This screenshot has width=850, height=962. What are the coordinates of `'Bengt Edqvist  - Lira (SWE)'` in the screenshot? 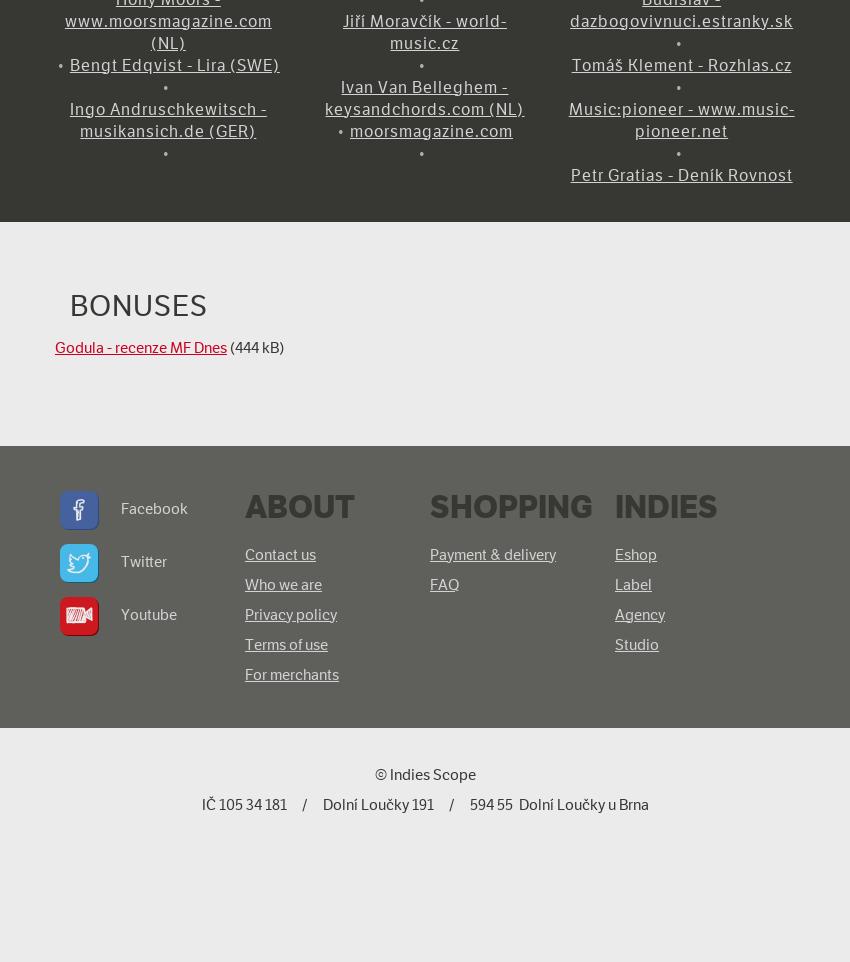 It's located at (172, 64).